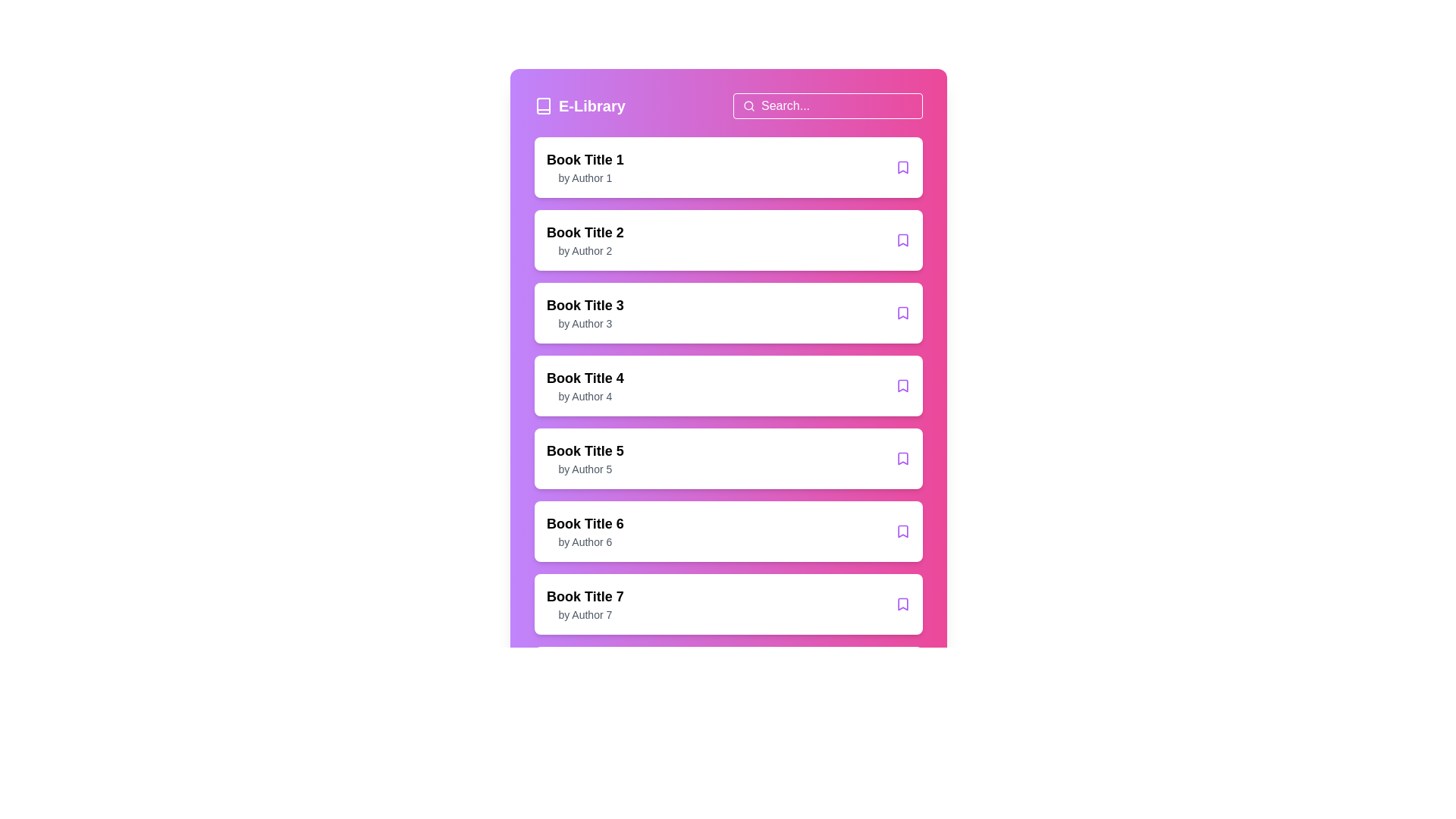  Describe the element at coordinates (584, 450) in the screenshot. I see `the text label that serves as the title of the fifth book in the list, positioned above the subtitle 'by Author 5'` at that location.